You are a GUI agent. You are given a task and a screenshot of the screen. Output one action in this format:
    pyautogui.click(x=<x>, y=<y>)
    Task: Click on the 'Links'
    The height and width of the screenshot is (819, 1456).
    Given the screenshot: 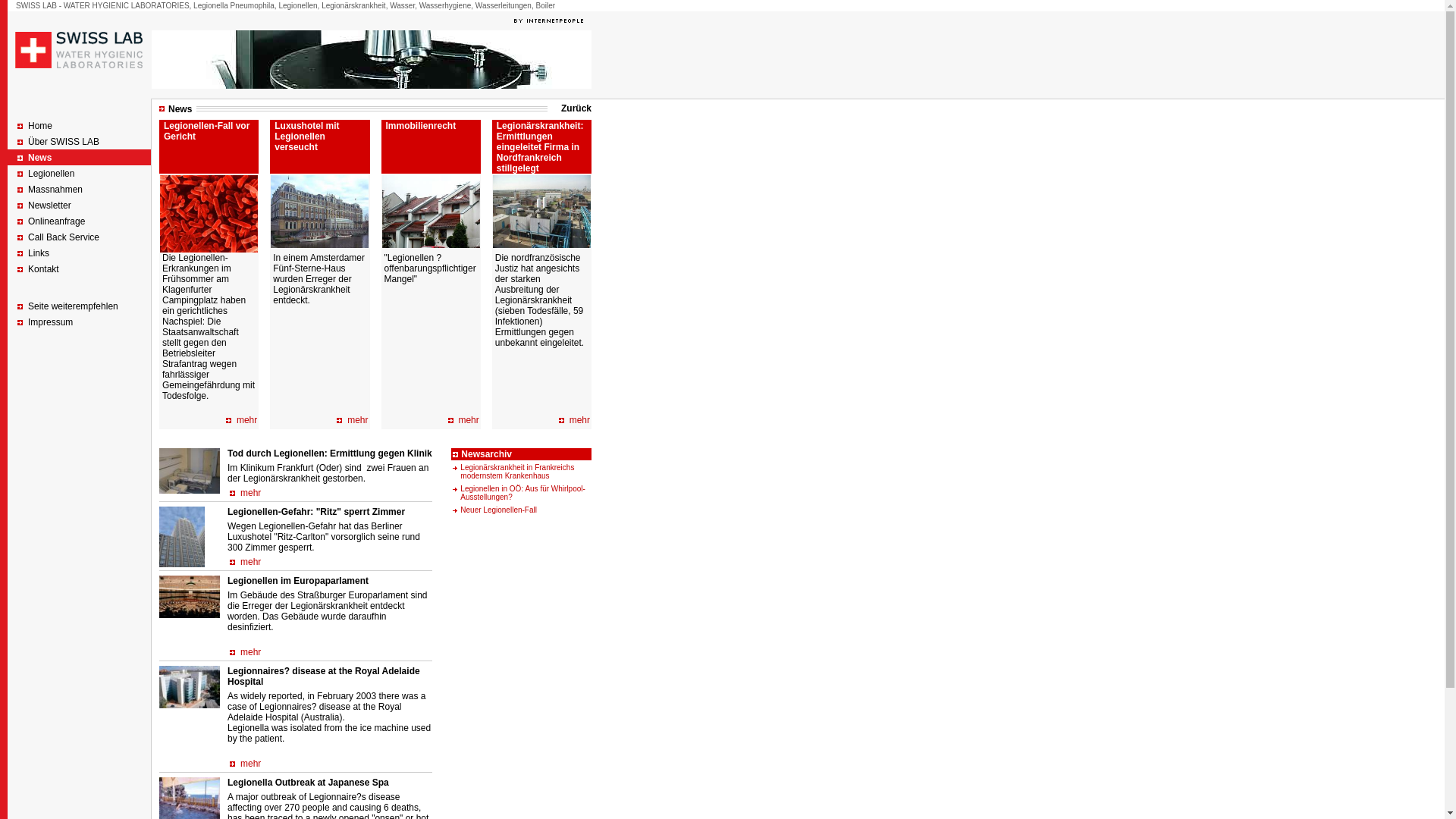 What is the action you would take?
    pyautogui.click(x=39, y=253)
    